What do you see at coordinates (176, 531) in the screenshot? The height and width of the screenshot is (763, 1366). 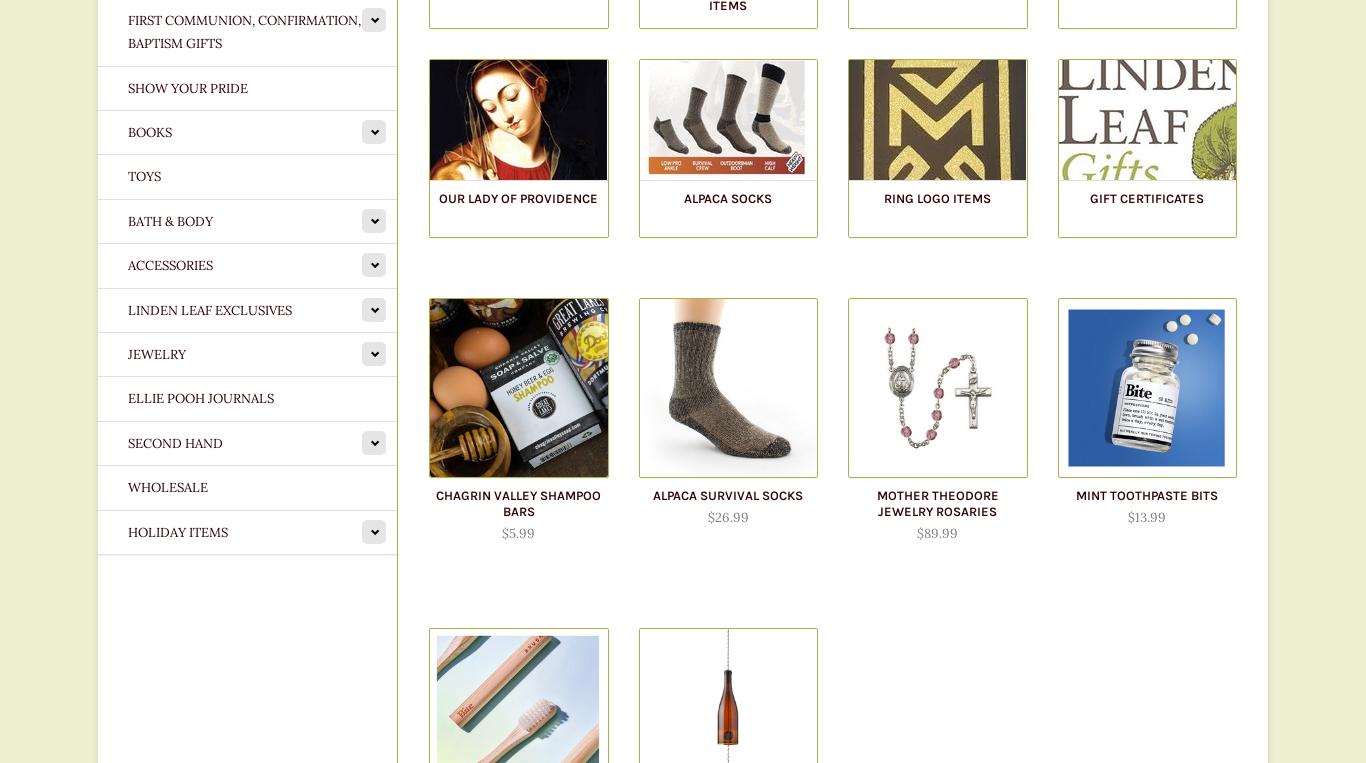 I see `'Holiday Items'` at bounding box center [176, 531].